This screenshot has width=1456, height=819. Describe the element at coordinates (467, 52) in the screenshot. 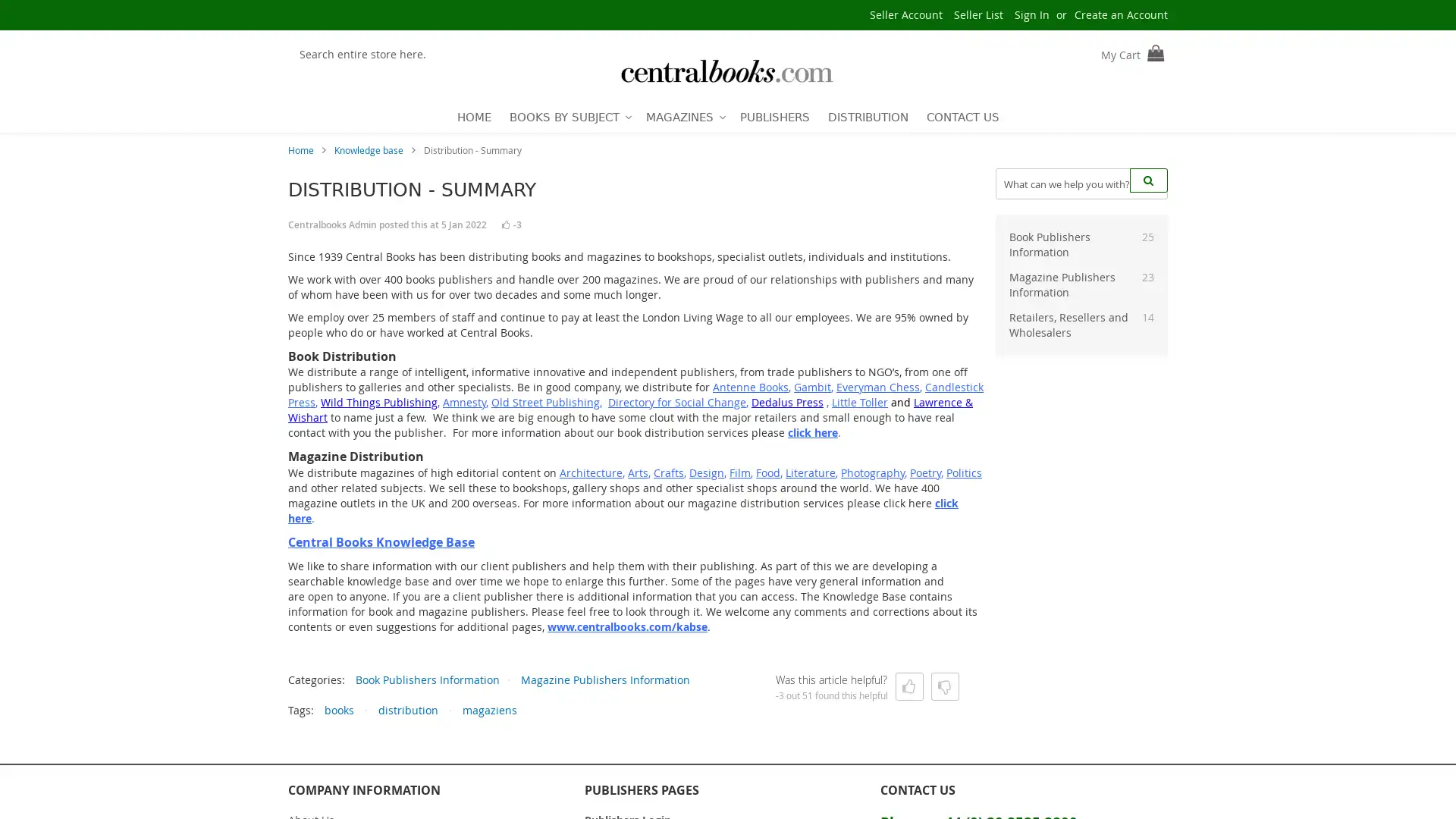

I see `Search` at that location.